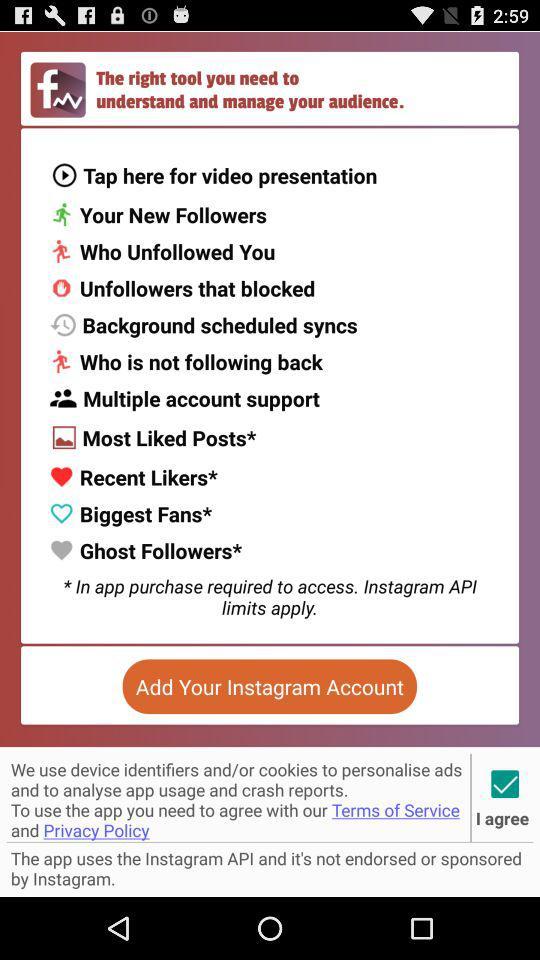 This screenshot has width=540, height=960. What do you see at coordinates (269, 686) in the screenshot?
I see `add your instagram icon` at bounding box center [269, 686].